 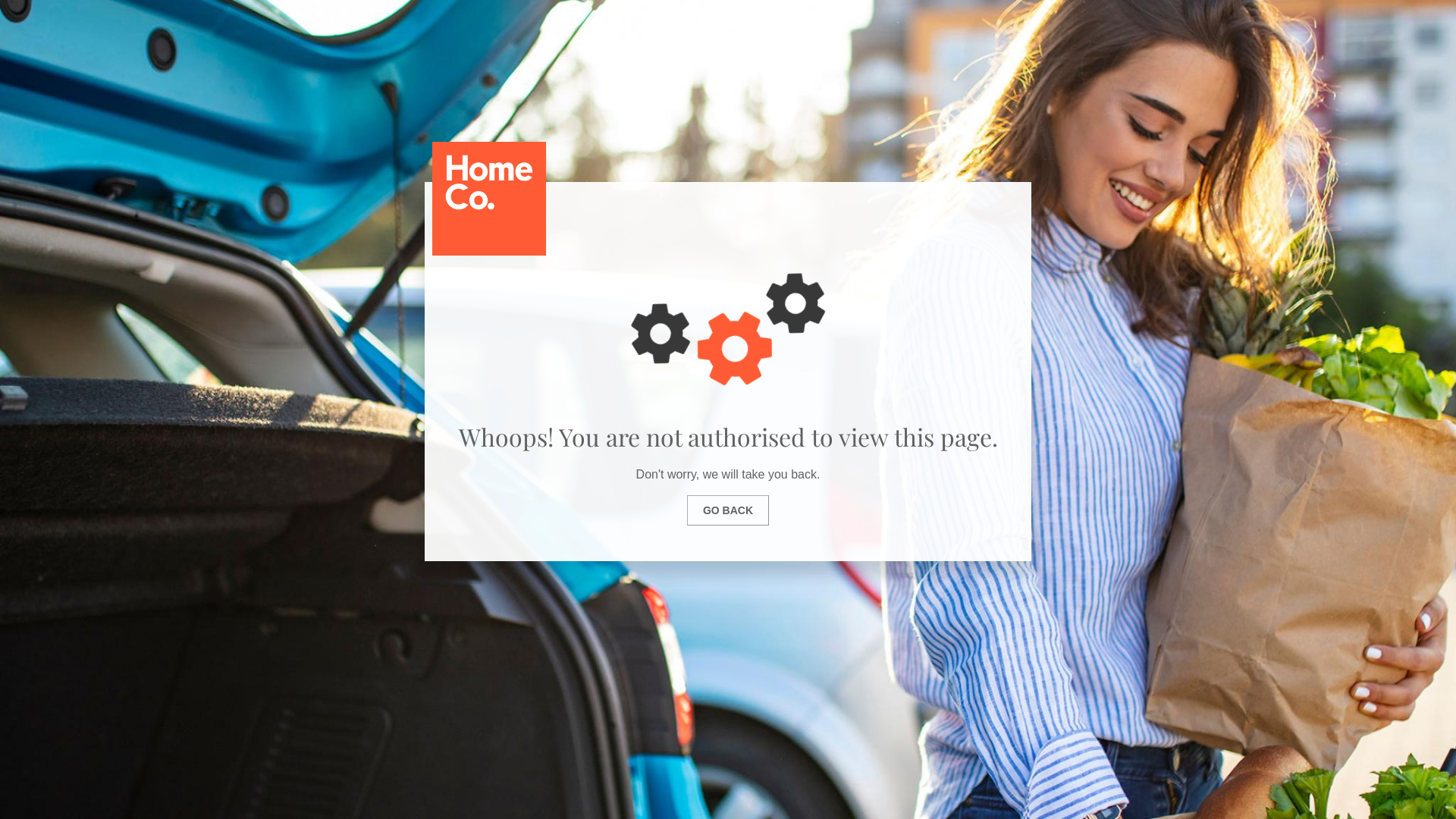 I want to click on 'GO BACK', so click(x=728, y=510).